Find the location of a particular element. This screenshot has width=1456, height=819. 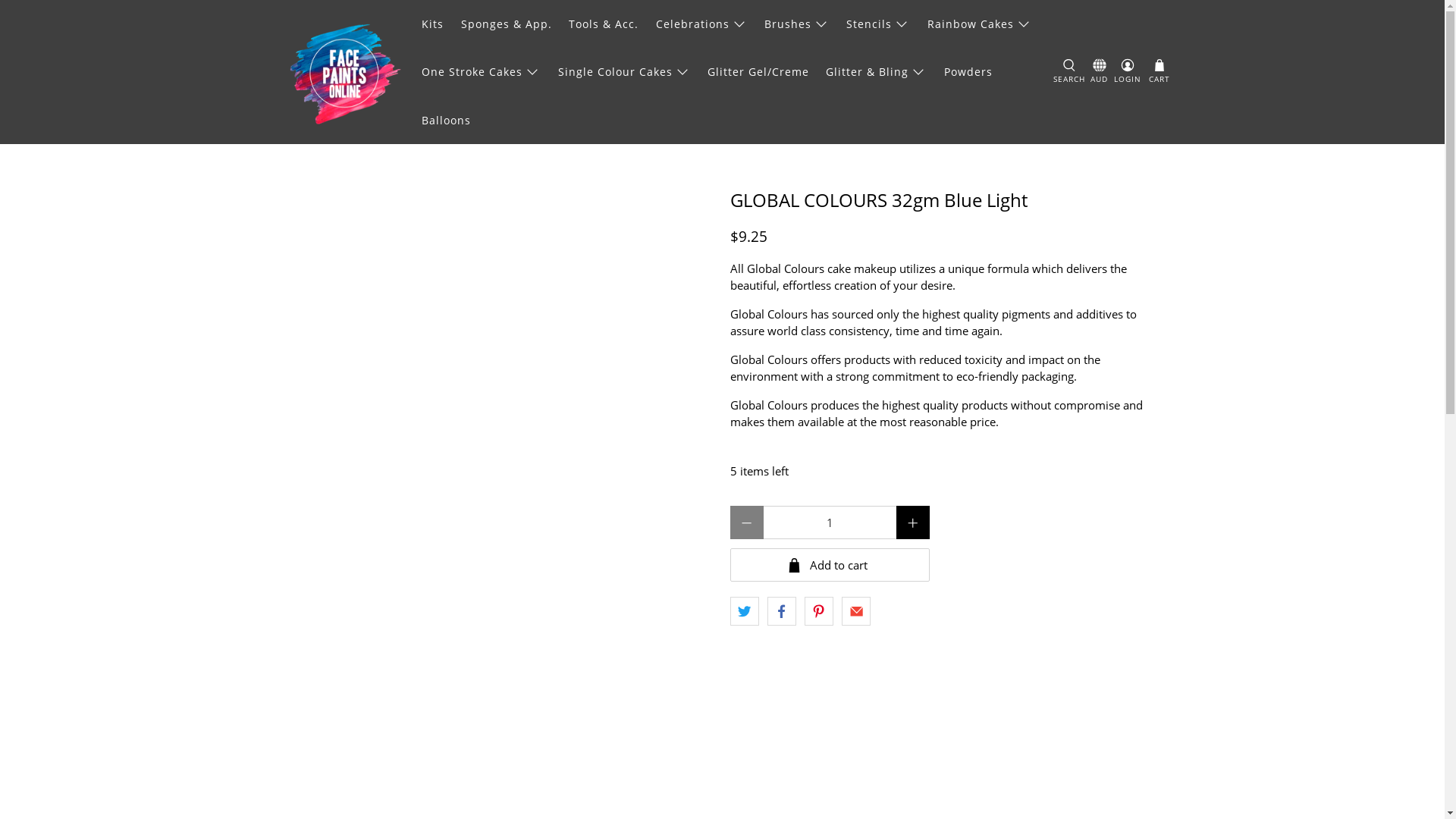

'Single Colour Cakes' is located at coordinates (623, 71).